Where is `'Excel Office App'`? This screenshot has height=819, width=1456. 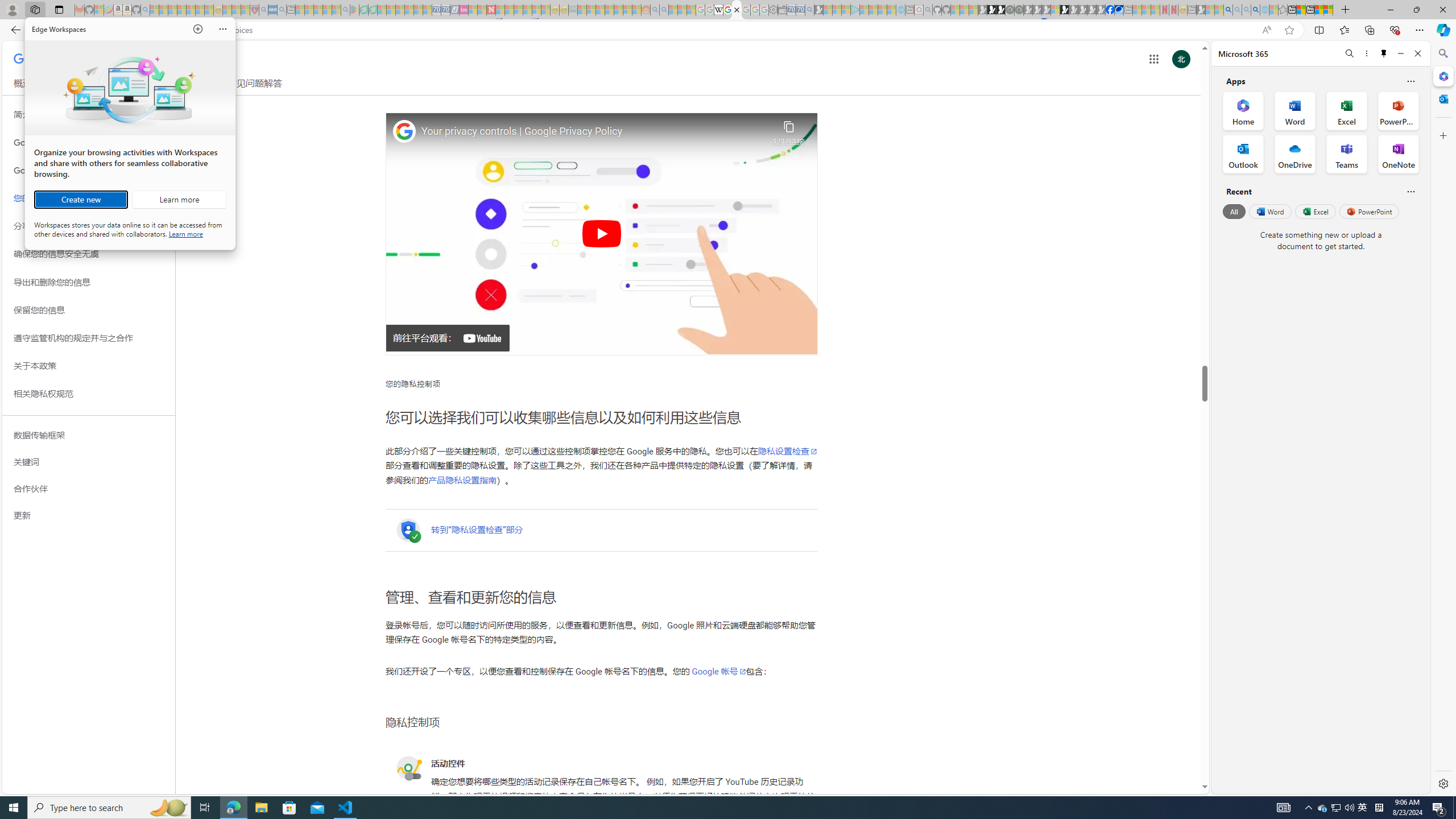 'Excel Office App' is located at coordinates (1347, 111).